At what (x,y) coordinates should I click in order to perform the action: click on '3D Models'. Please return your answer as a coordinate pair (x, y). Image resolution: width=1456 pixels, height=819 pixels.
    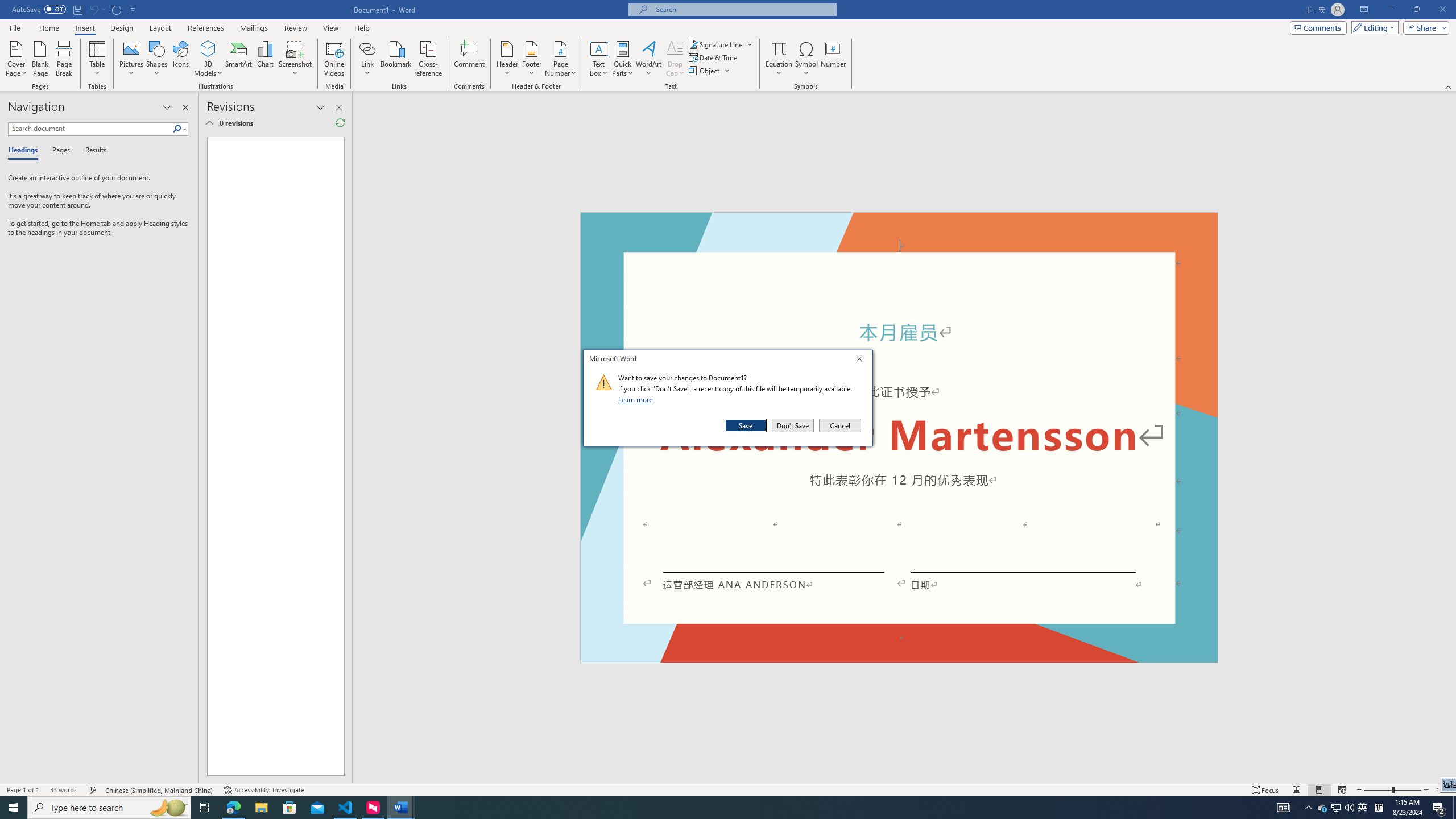
    Looking at the image, I should click on (208, 48).